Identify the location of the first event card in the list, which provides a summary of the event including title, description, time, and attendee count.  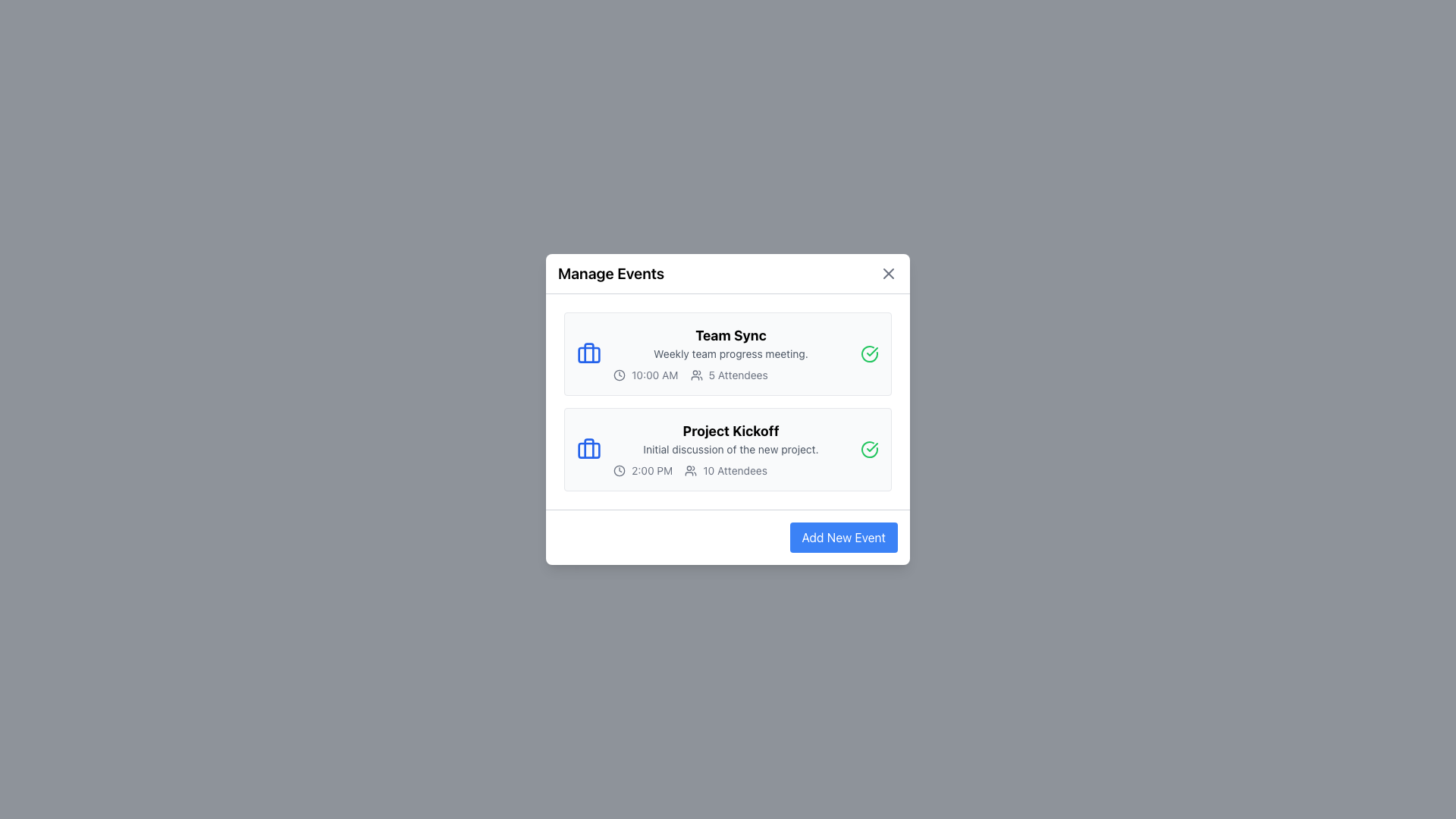
(728, 353).